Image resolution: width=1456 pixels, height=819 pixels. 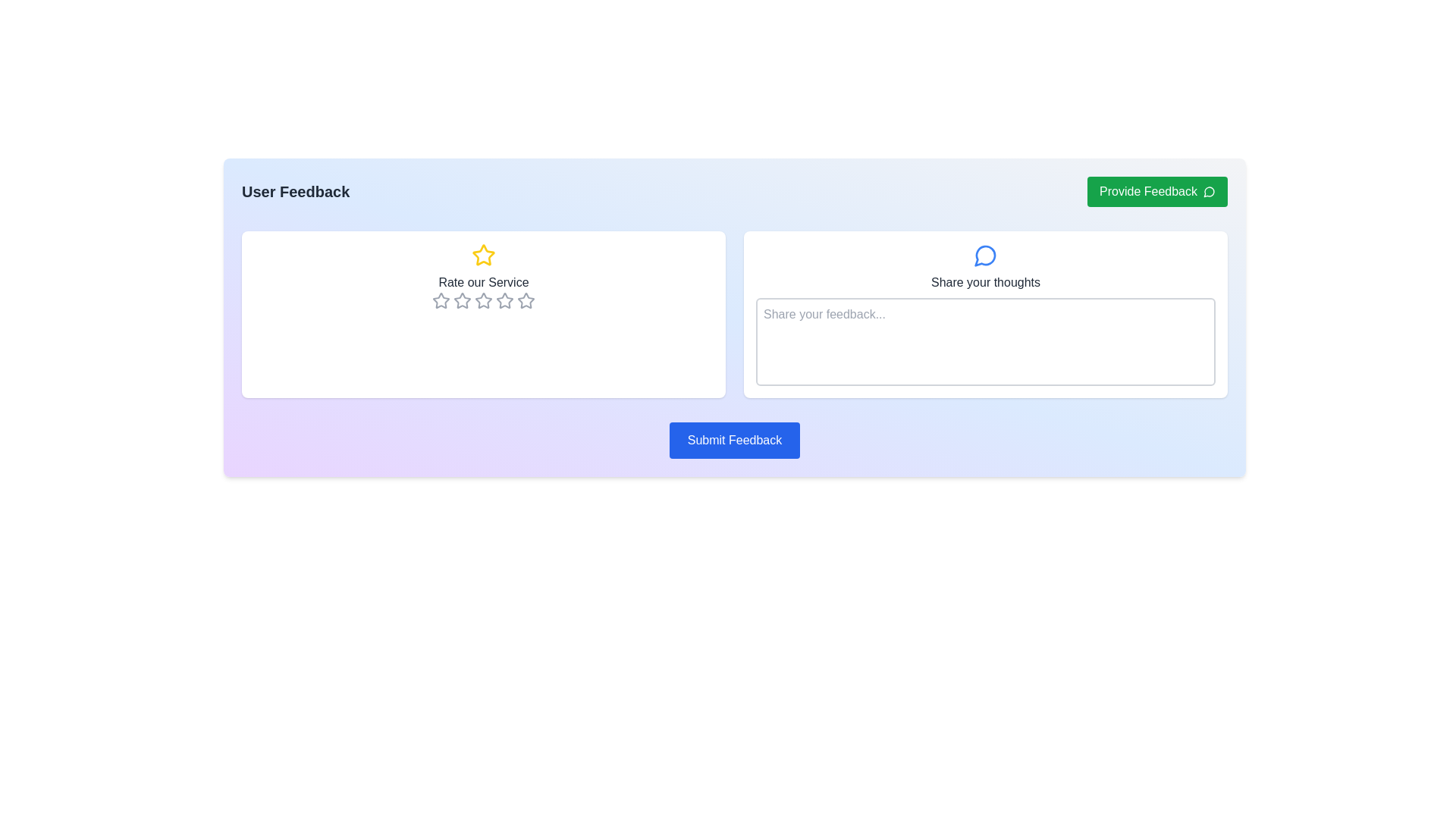 I want to click on the decorative icon located centrally above the text area in the 'Share your thoughts' section, so click(x=986, y=254).